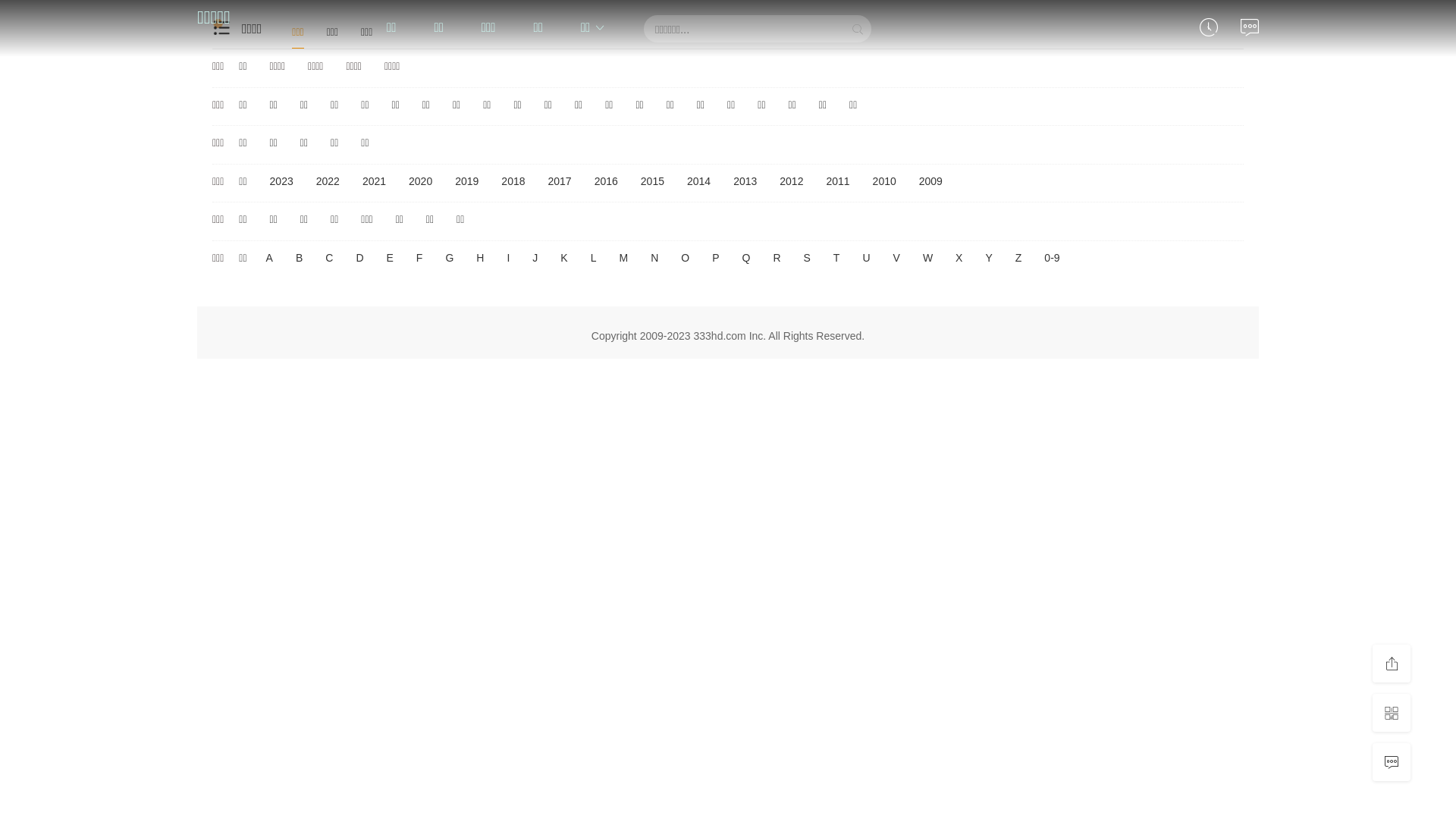 This screenshot has height=819, width=1456. What do you see at coordinates (328, 257) in the screenshot?
I see `'C'` at bounding box center [328, 257].